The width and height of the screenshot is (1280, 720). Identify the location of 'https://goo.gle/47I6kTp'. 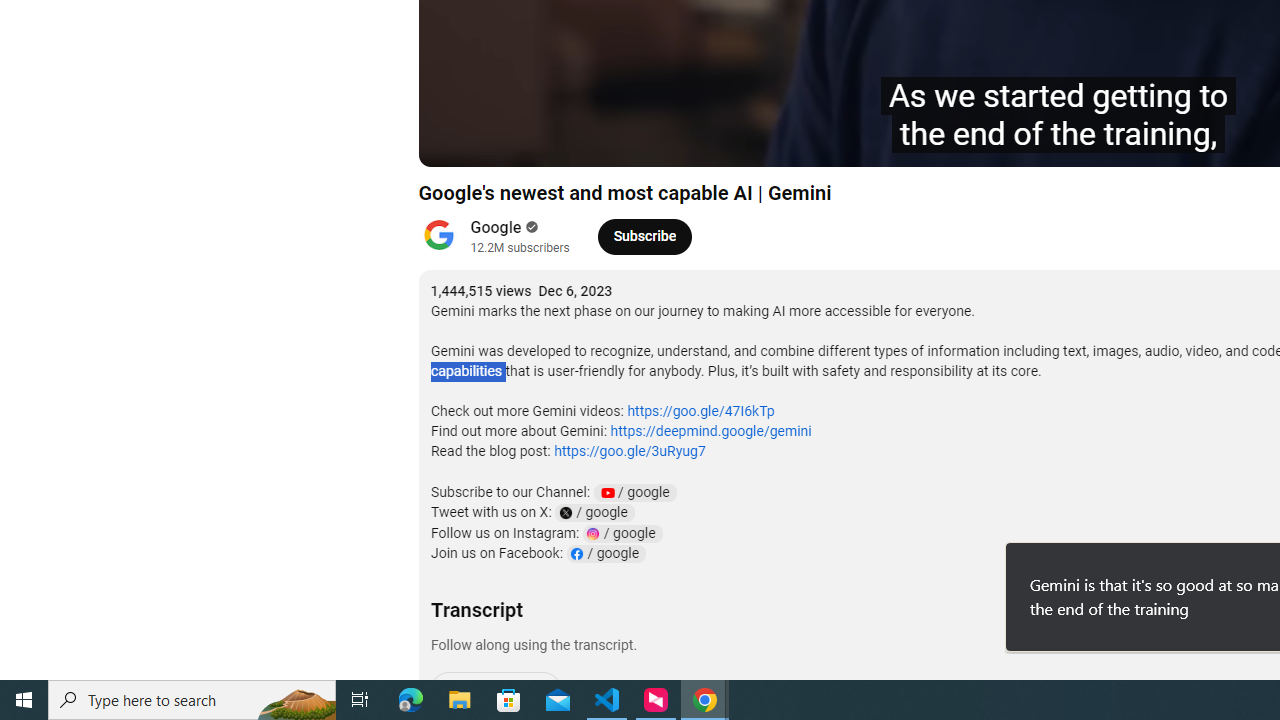
(700, 410).